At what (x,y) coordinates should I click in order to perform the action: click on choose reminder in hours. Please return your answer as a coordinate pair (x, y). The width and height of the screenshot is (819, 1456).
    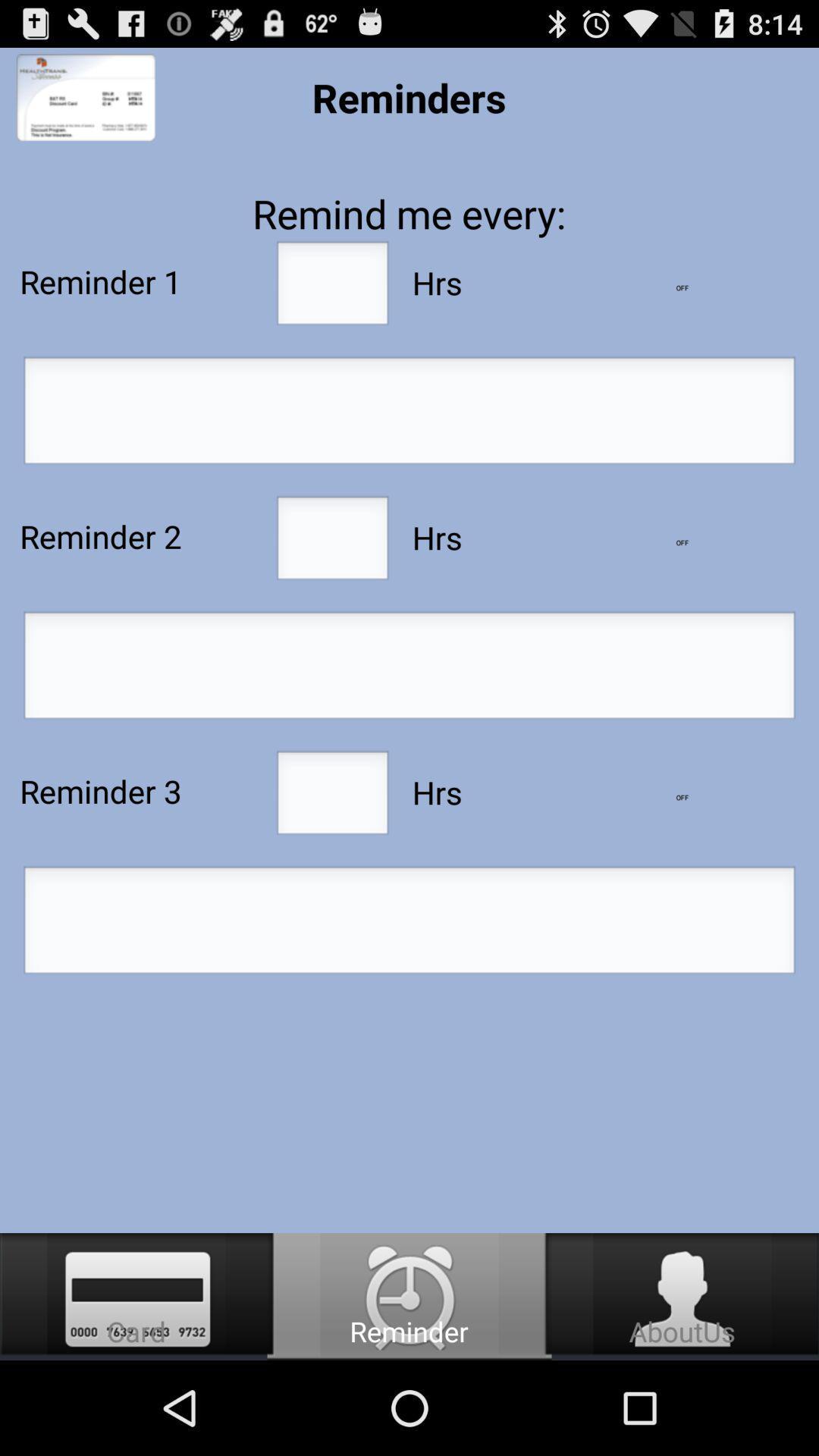
    Looking at the image, I should click on (331, 542).